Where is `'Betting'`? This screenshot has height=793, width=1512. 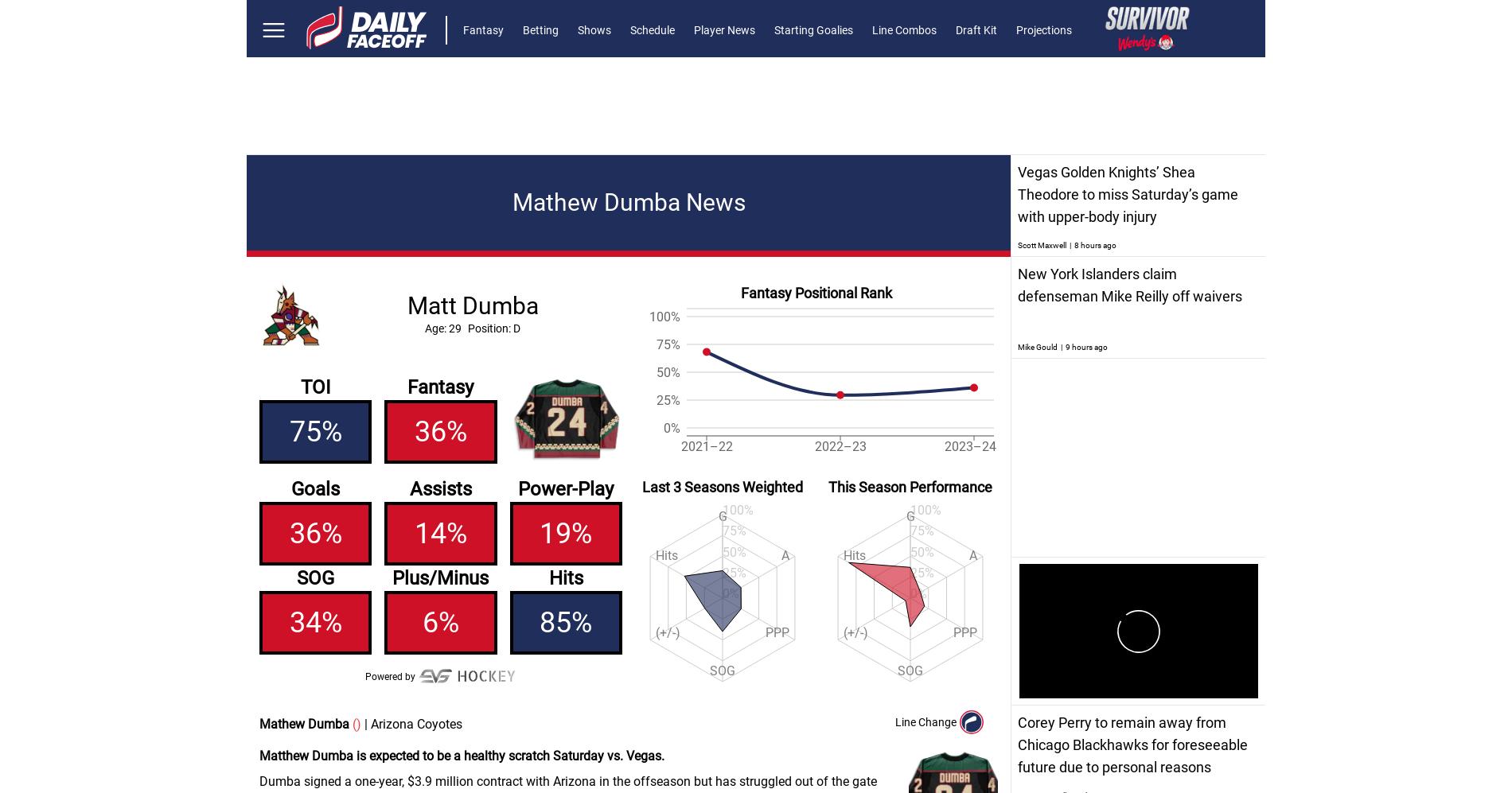
'Betting' is located at coordinates (540, 29).